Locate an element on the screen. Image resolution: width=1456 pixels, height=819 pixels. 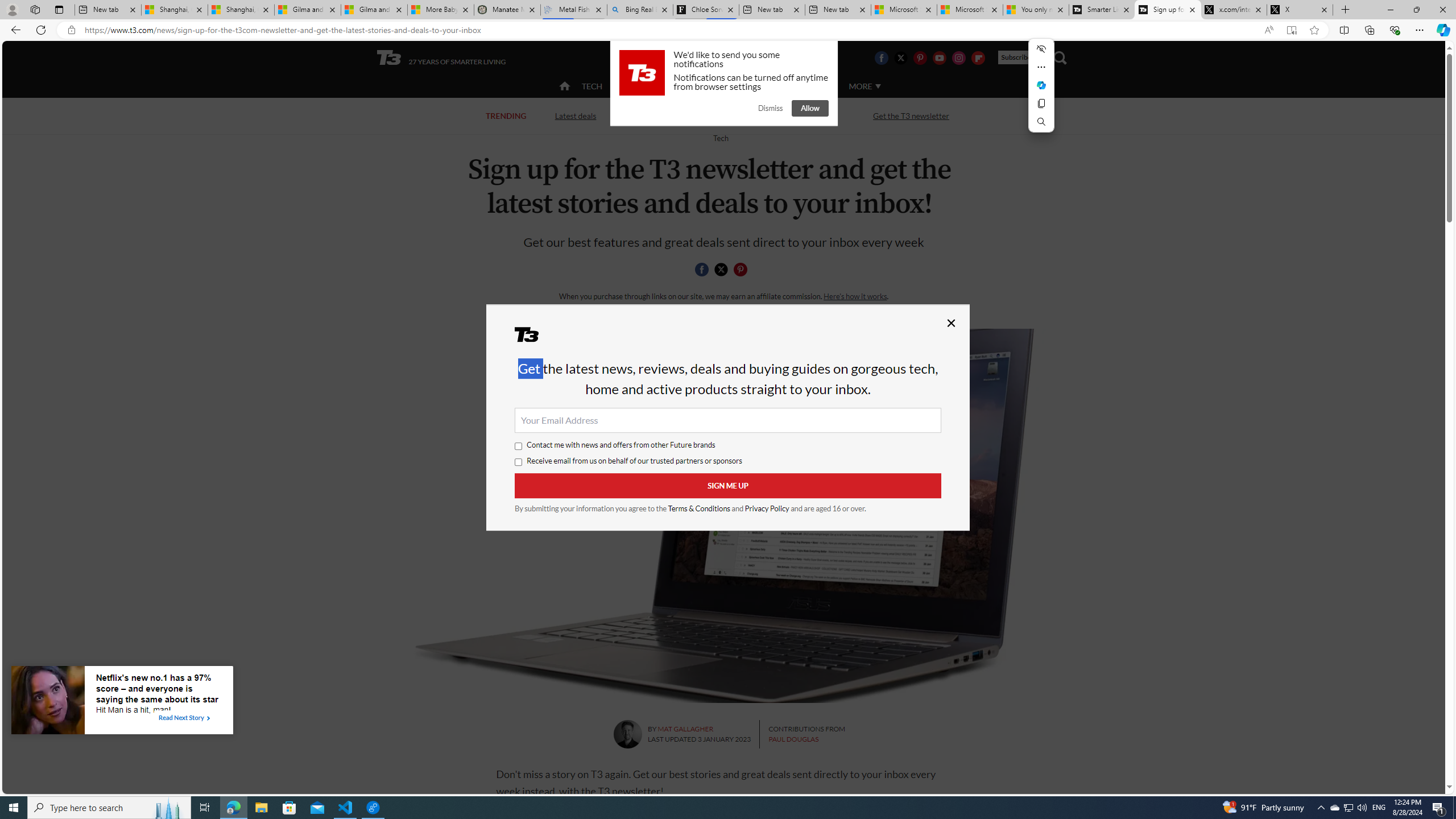
'Enter Immersive Reader (F9)' is located at coordinates (1291, 30).